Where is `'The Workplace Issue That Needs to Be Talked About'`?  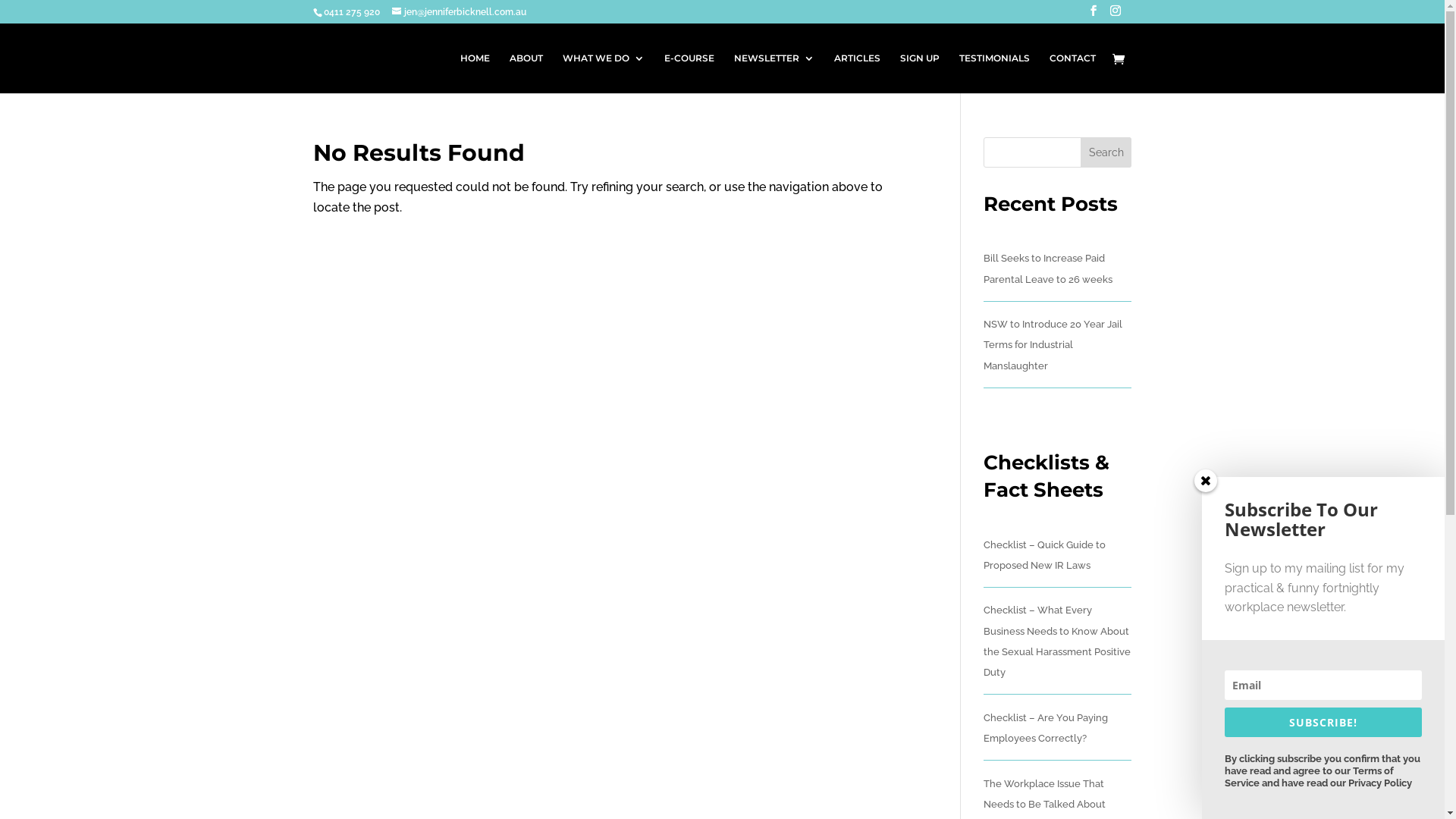
'The Workplace Issue That Needs to Be Talked About' is located at coordinates (1043, 792).